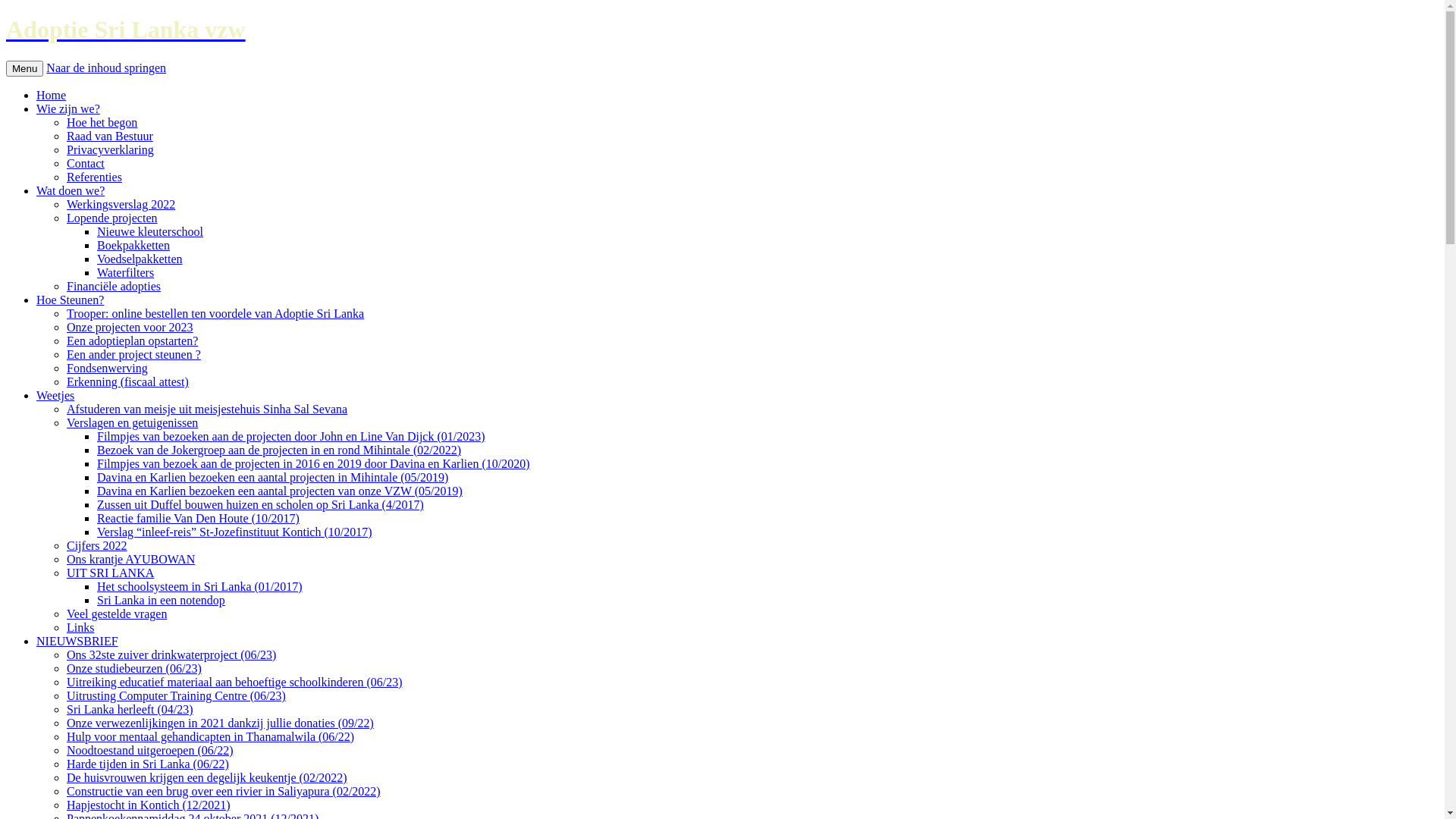 This screenshot has height=819, width=1456. Describe the element at coordinates (76, 641) in the screenshot. I see `'NIEUWSBRIEF'` at that location.